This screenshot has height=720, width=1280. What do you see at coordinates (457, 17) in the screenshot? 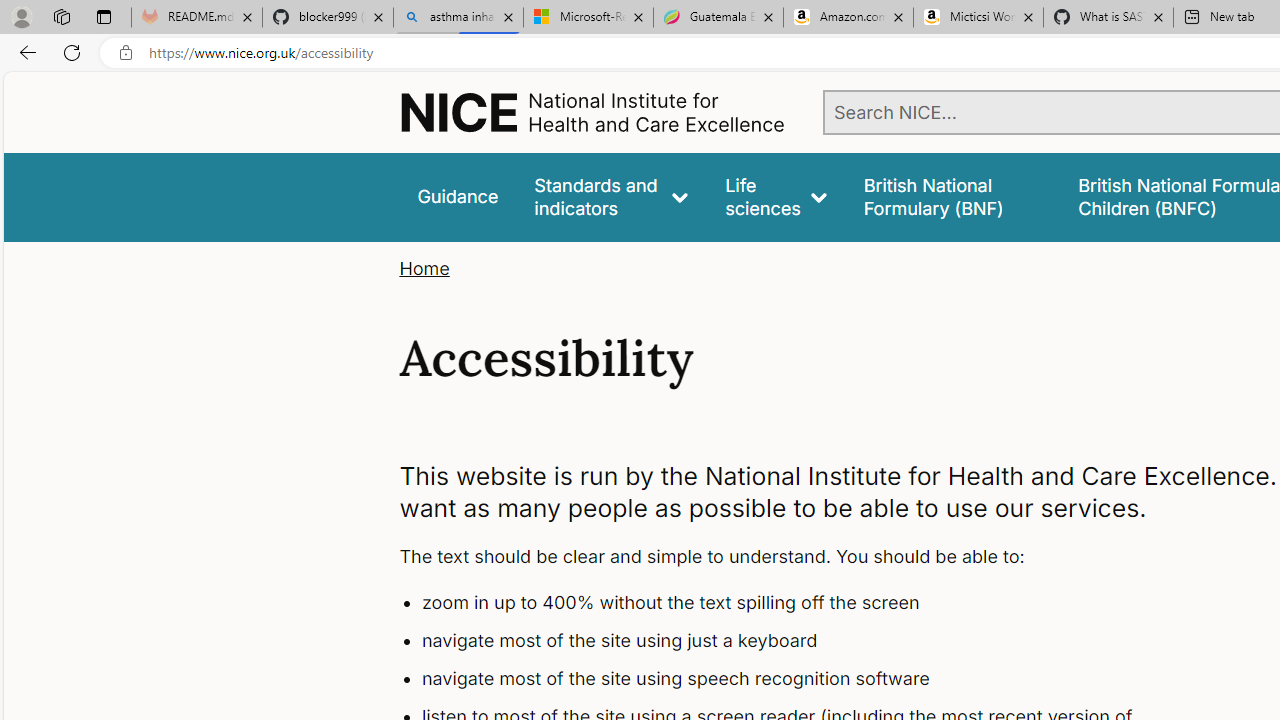
I see `'asthma inhaler - Search'` at bounding box center [457, 17].